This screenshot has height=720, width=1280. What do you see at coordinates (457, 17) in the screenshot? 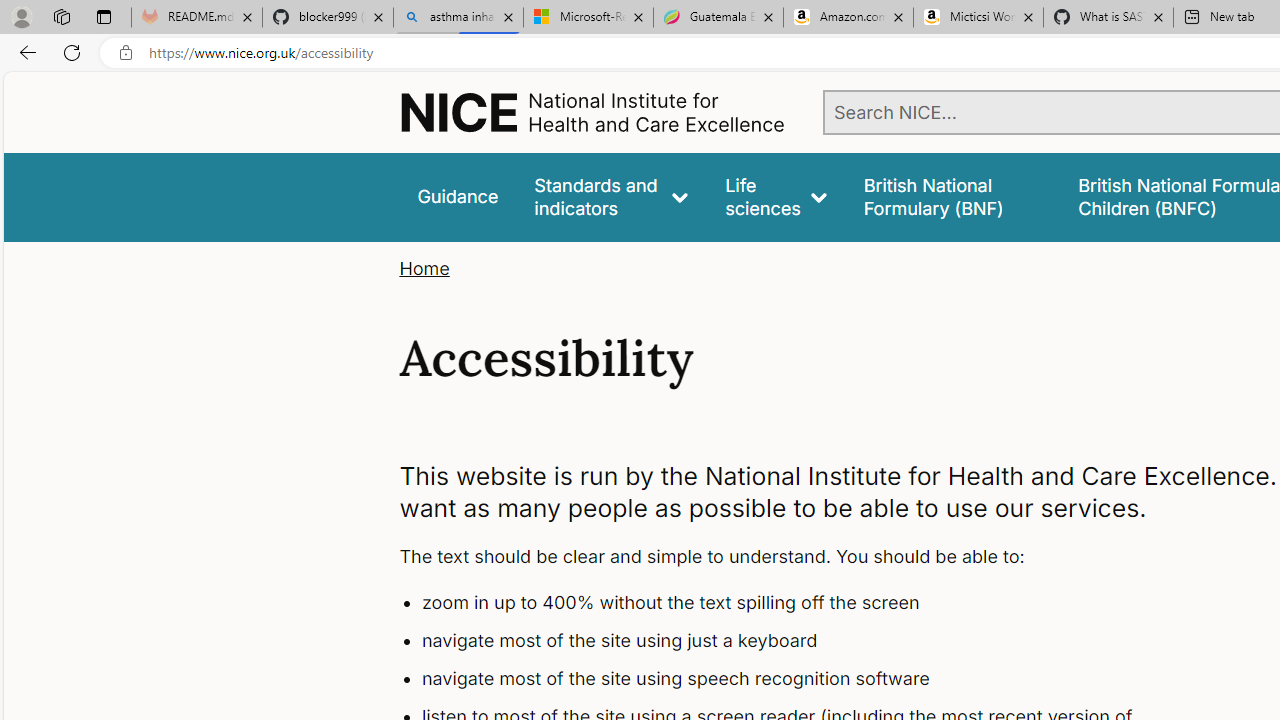
I see `'asthma inhaler - Search'` at bounding box center [457, 17].